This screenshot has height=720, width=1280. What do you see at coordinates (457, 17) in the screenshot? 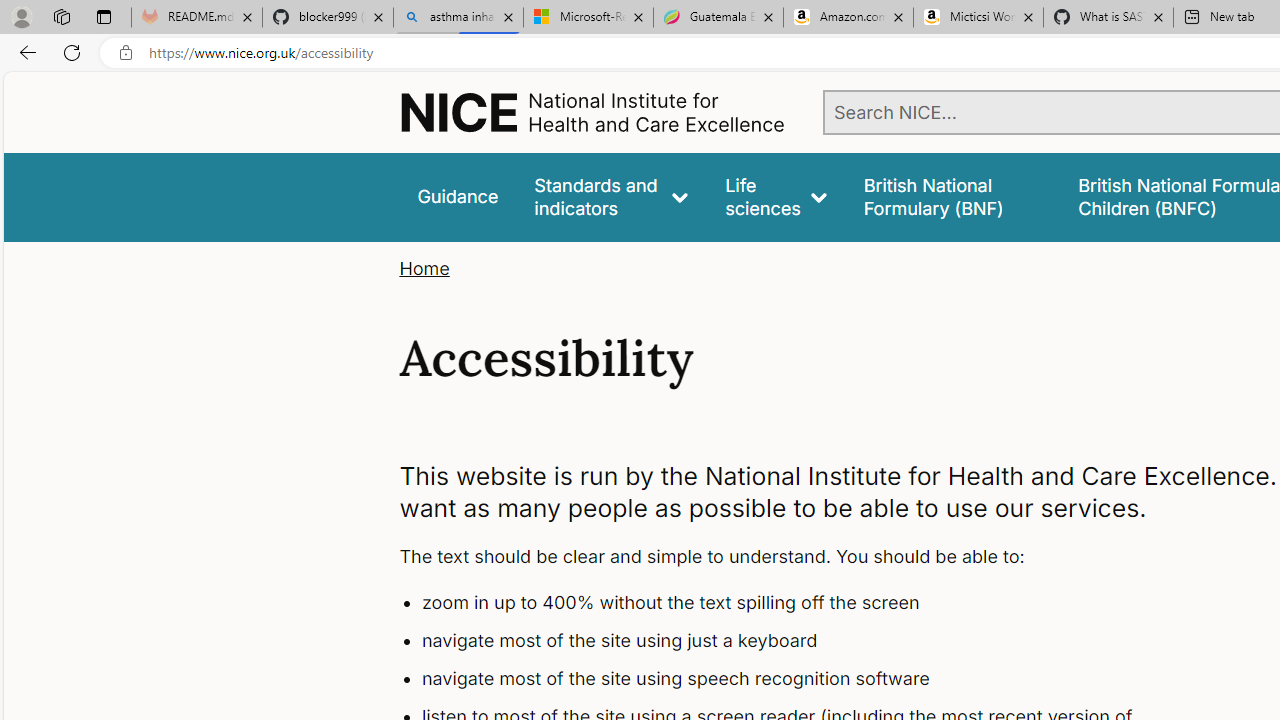
I see `'asthma inhaler - Search'` at bounding box center [457, 17].